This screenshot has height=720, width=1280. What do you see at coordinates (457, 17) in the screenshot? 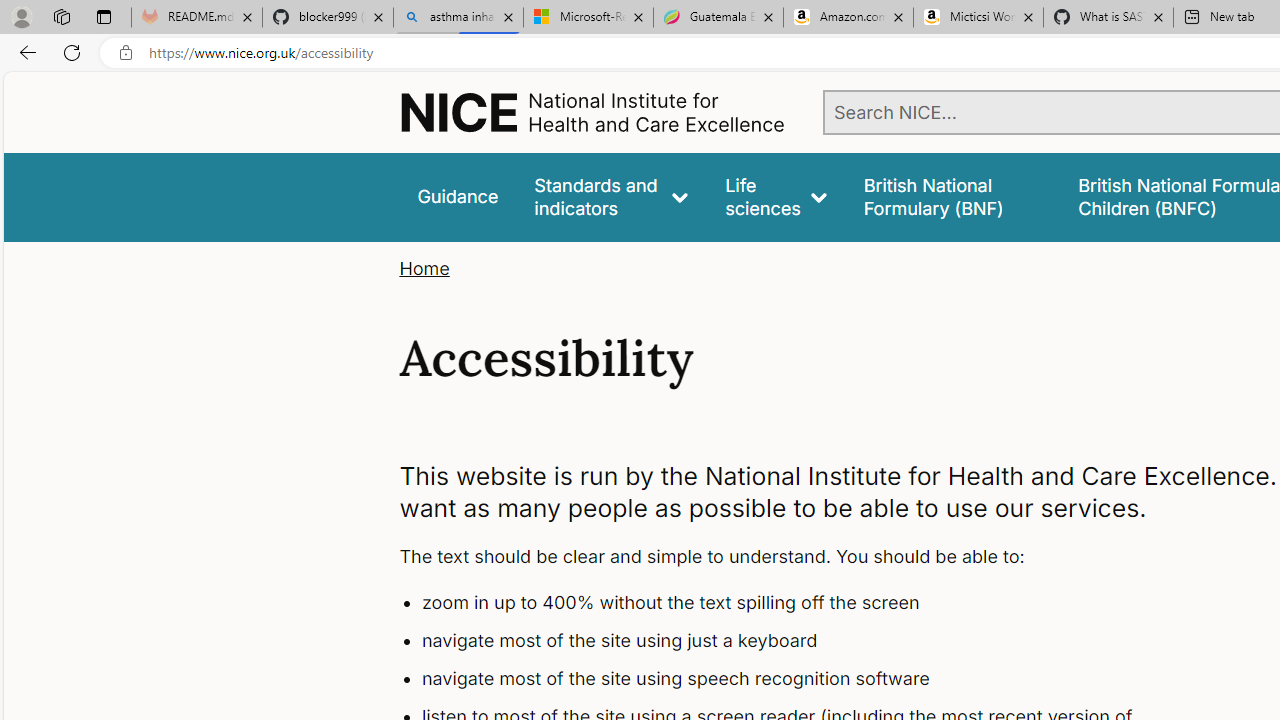
I see `'asthma inhaler - Search'` at bounding box center [457, 17].